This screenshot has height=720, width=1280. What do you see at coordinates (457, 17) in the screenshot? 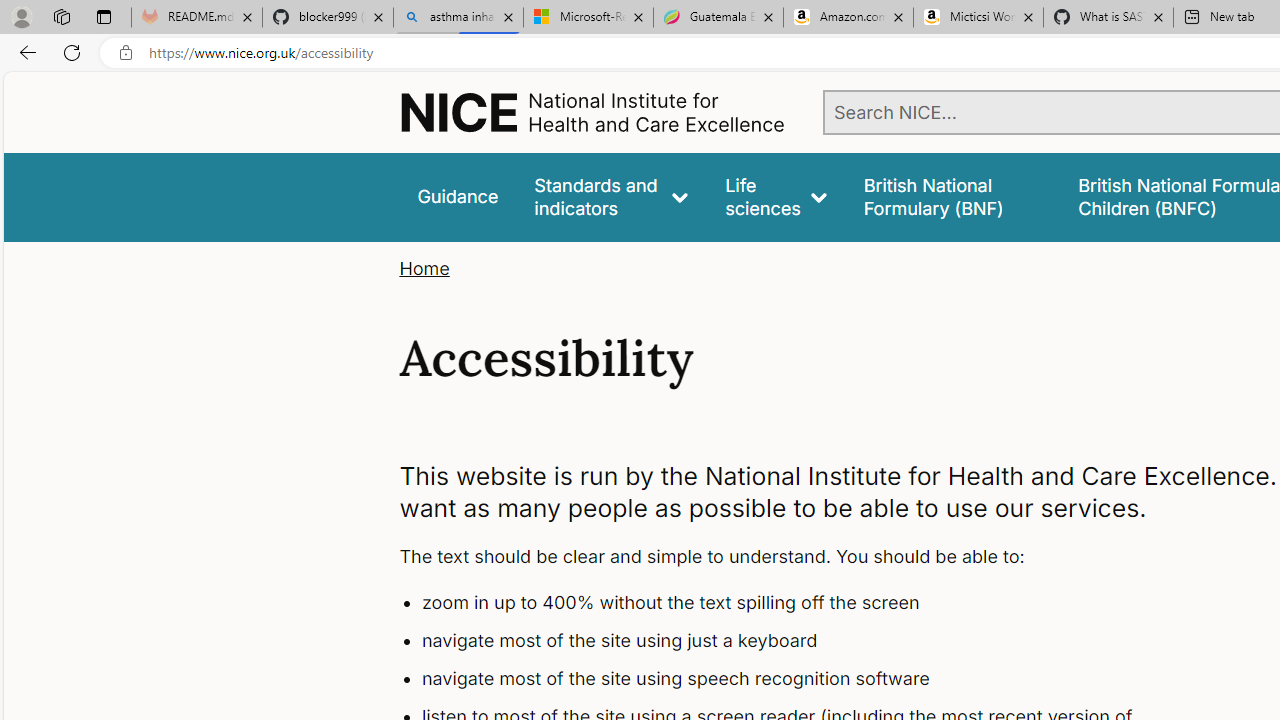
I see `'asthma inhaler - Search'` at bounding box center [457, 17].